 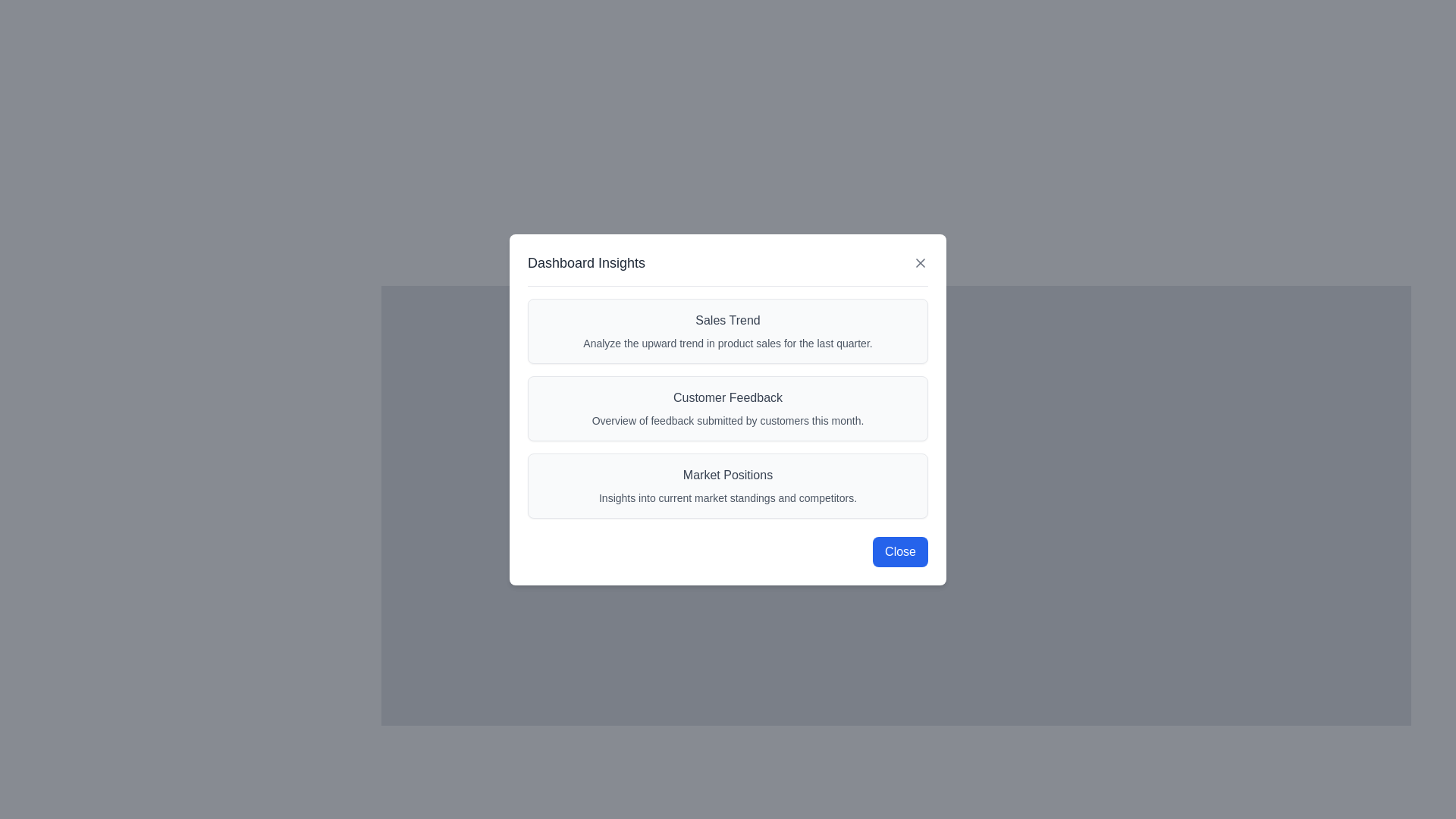 What do you see at coordinates (728, 474) in the screenshot?
I see `the Text Label that serves as a title or heading within the 'Dashboard Insights' panel, providing a succinct identification of the section` at bounding box center [728, 474].